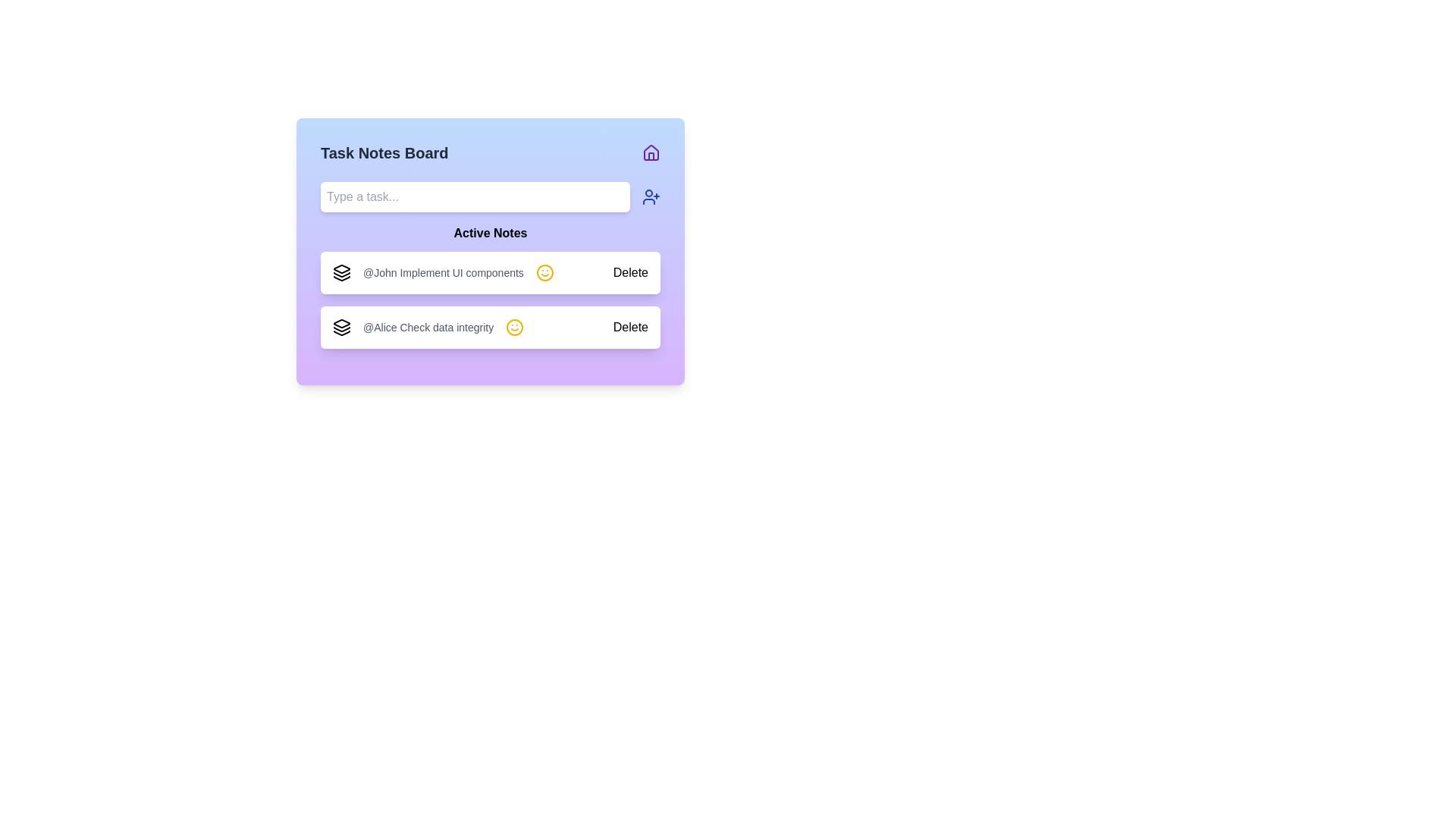 Image resolution: width=1456 pixels, height=819 pixels. What do you see at coordinates (544, 271) in the screenshot?
I see `primary visual representation of the smiley face's outline, which is a Vector graphic circle located beside the text '@Alice Check data integrity' in the second row of the 'Active Notes' section` at bounding box center [544, 271].